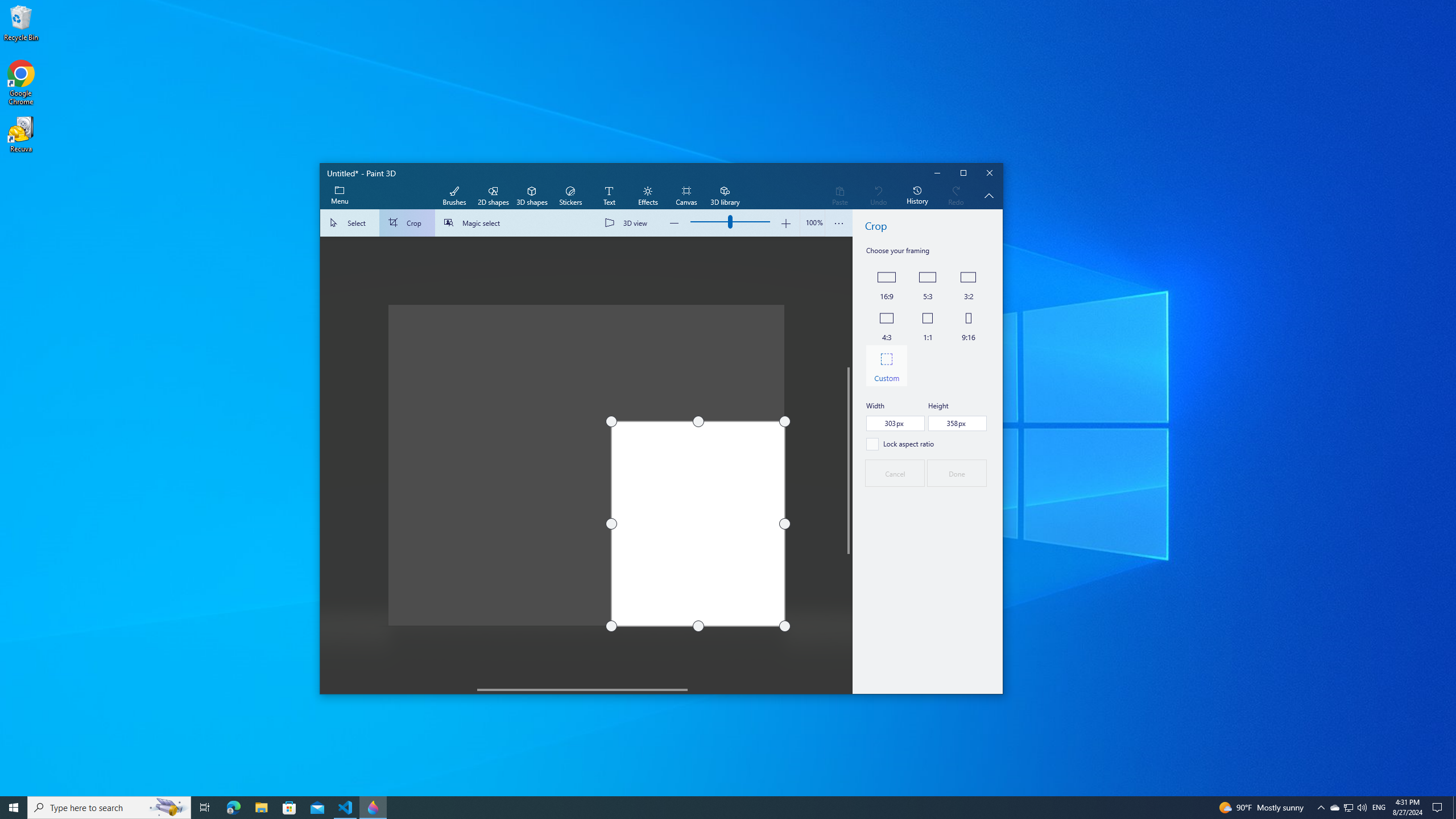  What do you see at coordinates (886, 366) in the screenshot?
I see `'Custom'` at bounding box center [886, 366].